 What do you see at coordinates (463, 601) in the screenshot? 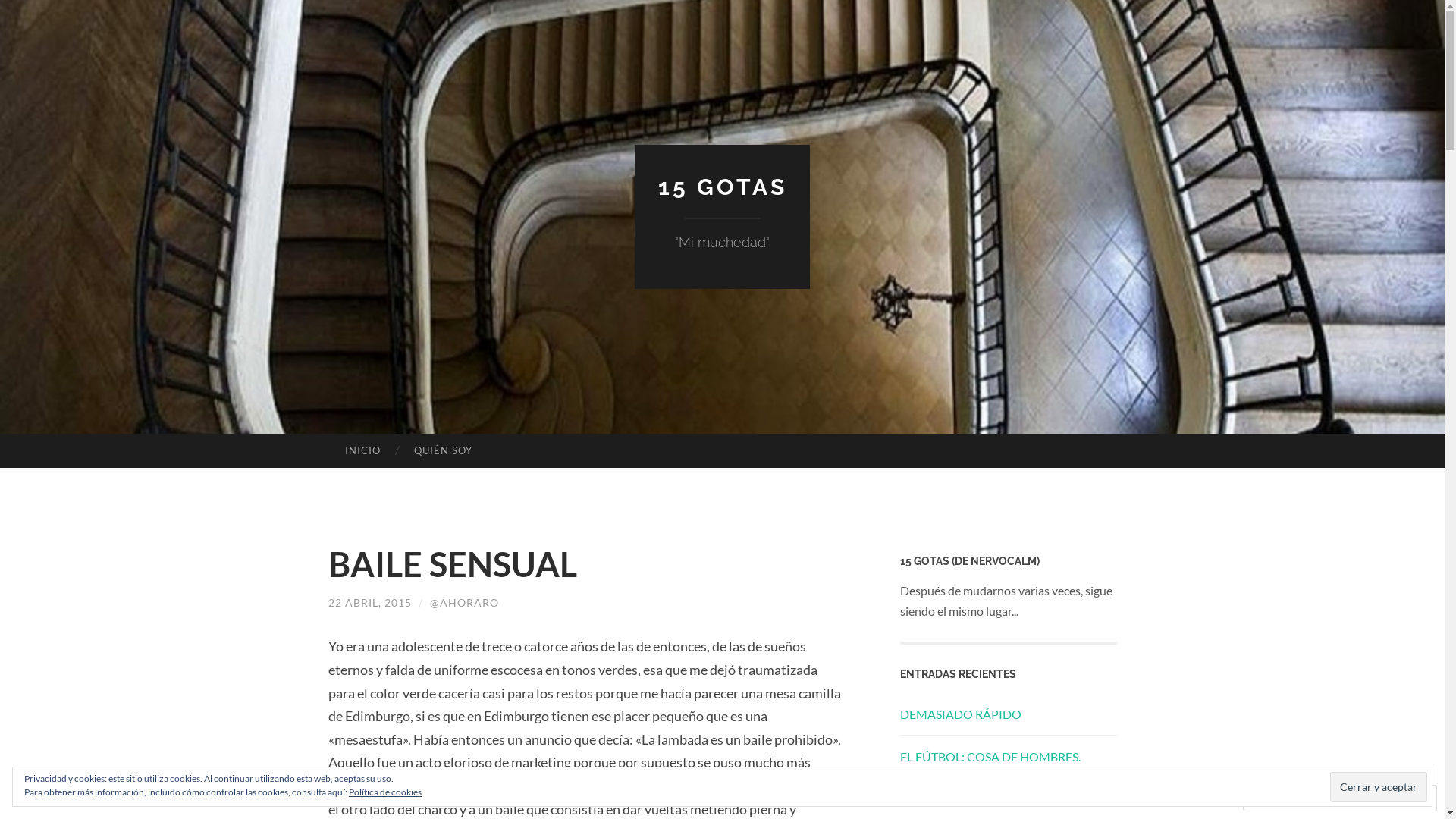
I see `'@AHORARO'` at bounding box center [463, 601].